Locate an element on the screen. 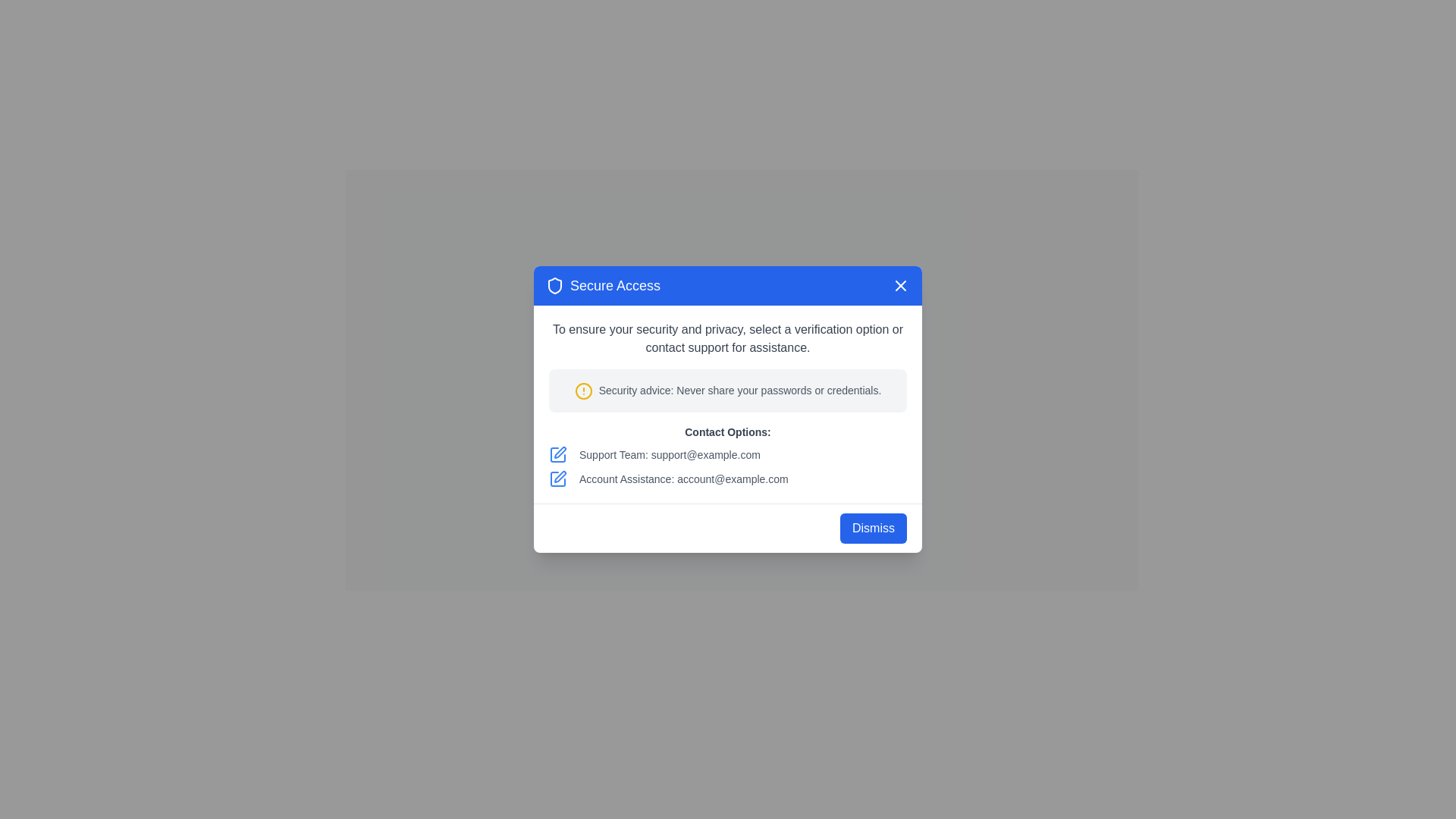  the 'Dismiss' button with a blue background and white text located at the bottom-right corner of the 'Secure Access' dialog is located at coordinates (874, 526).